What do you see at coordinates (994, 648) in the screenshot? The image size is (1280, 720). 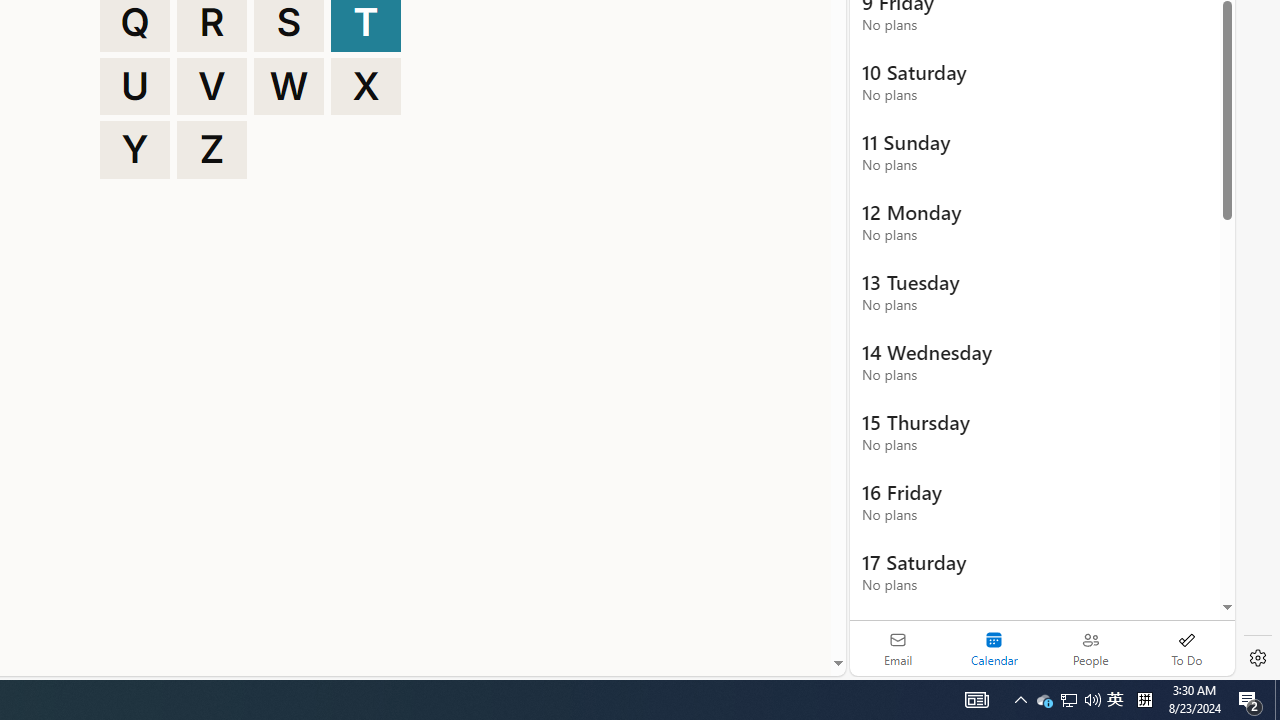 I see `'Selected calendar module. Date today is 22'` at bounding box center [994, 648].